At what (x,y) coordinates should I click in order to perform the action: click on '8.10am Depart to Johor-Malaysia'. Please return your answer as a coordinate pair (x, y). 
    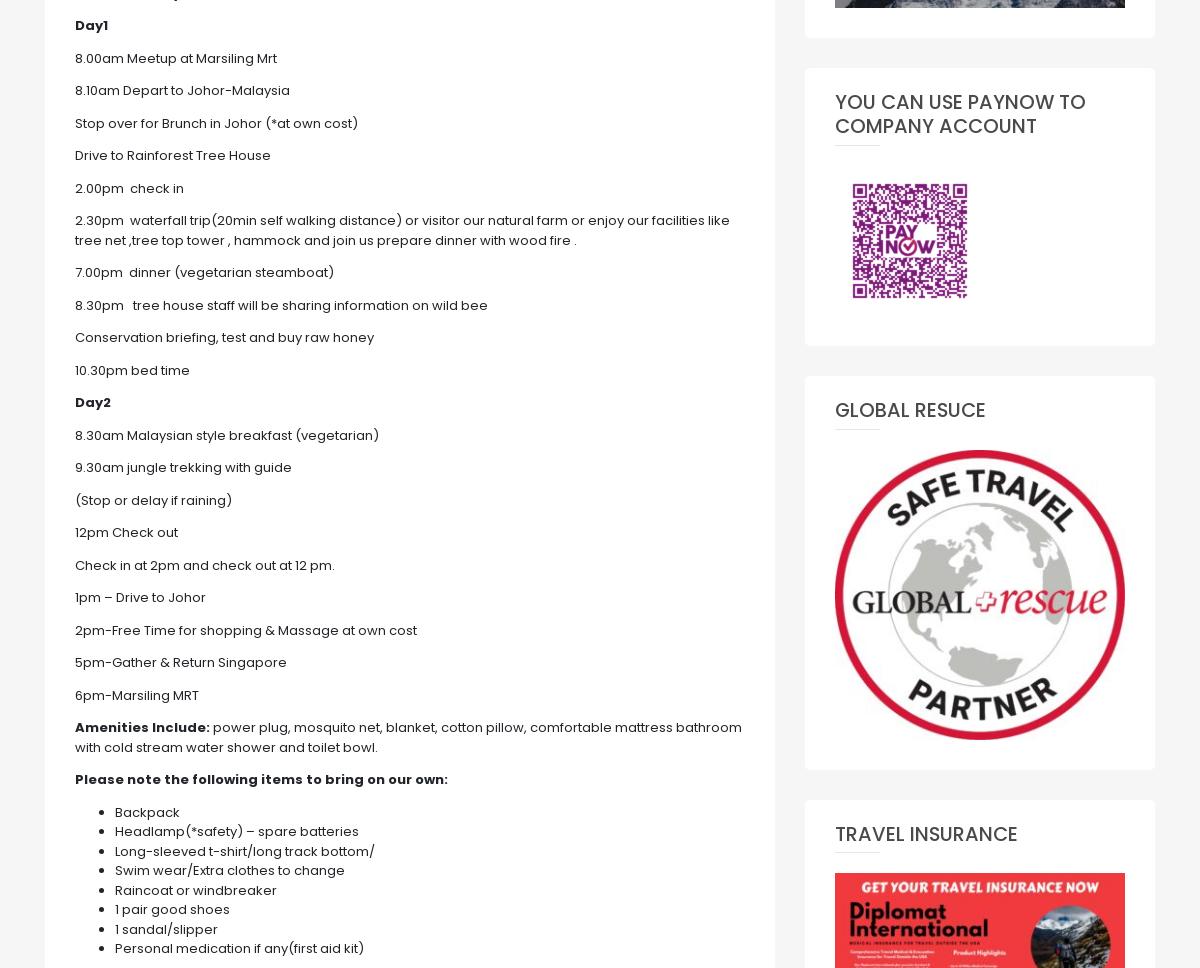
    Looking at the image, I should click on (75, 90).